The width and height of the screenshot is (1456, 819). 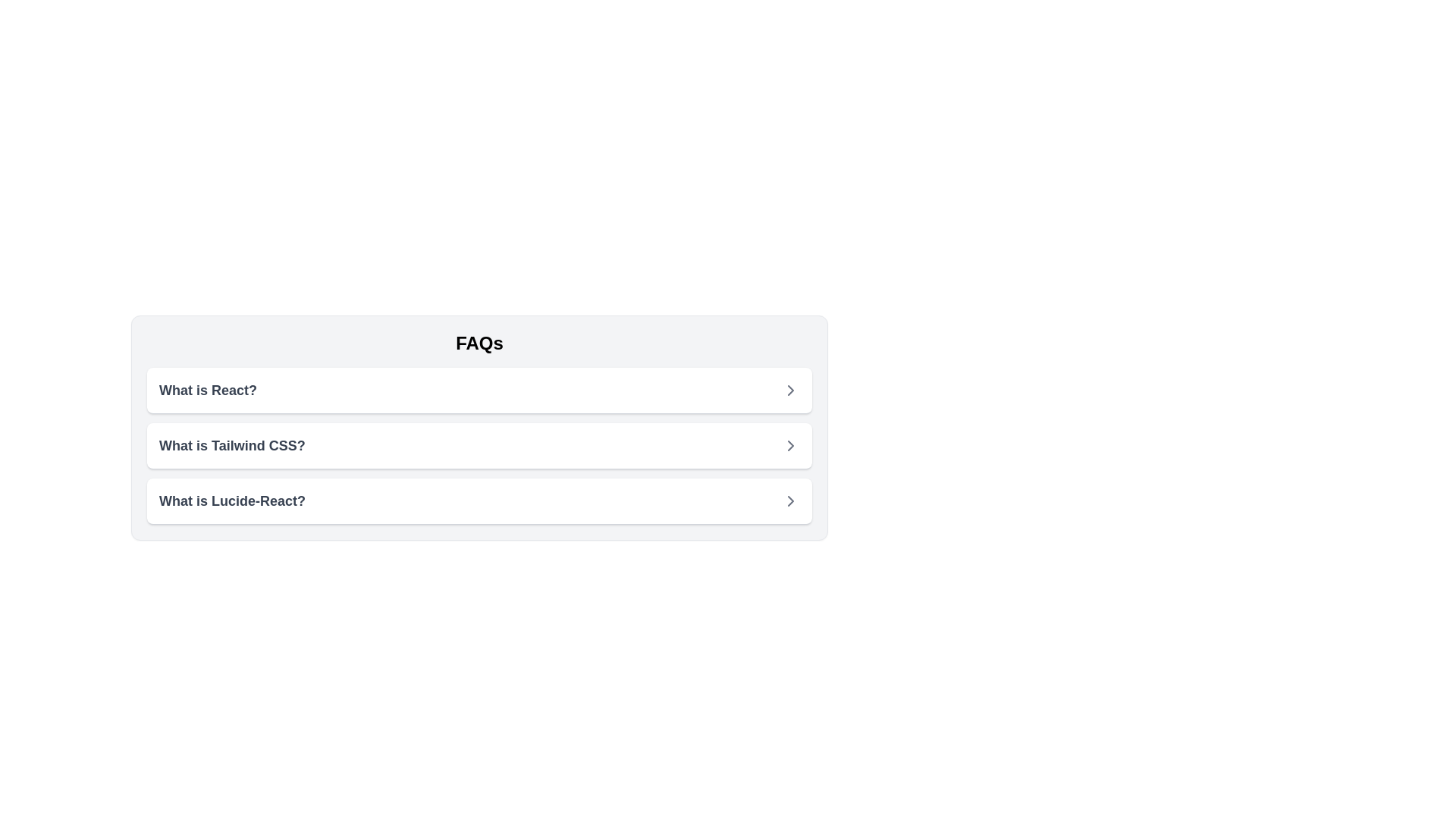 What do you see at coordinates (789, 500) in the screenshot?
I see `the chevron icon located to the far right of the third FAQ entry, 'What is Lucide-React?', to trigger the tooltip or effect` at bounding box center [789, 500].